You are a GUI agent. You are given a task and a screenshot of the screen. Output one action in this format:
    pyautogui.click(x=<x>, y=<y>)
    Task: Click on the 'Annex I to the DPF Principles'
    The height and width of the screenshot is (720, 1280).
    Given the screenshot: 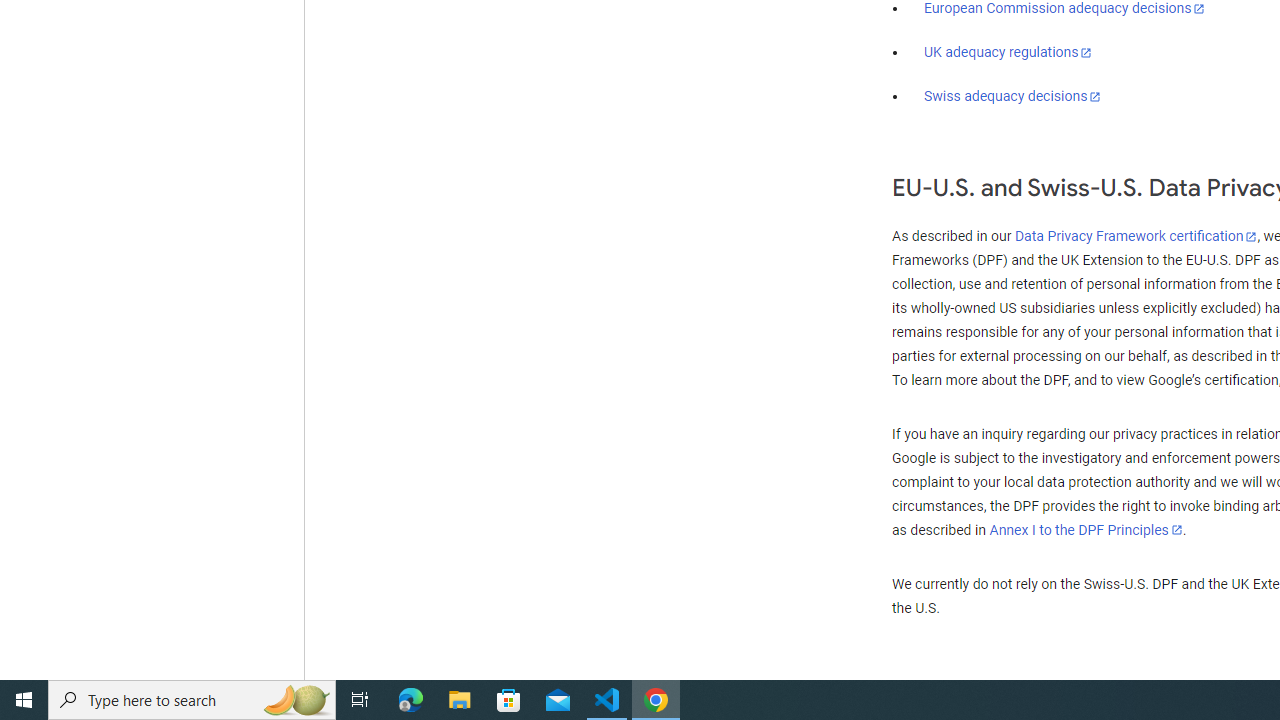 What is the action you would take?
    pyautogui.click(x=1085, y=529)
    